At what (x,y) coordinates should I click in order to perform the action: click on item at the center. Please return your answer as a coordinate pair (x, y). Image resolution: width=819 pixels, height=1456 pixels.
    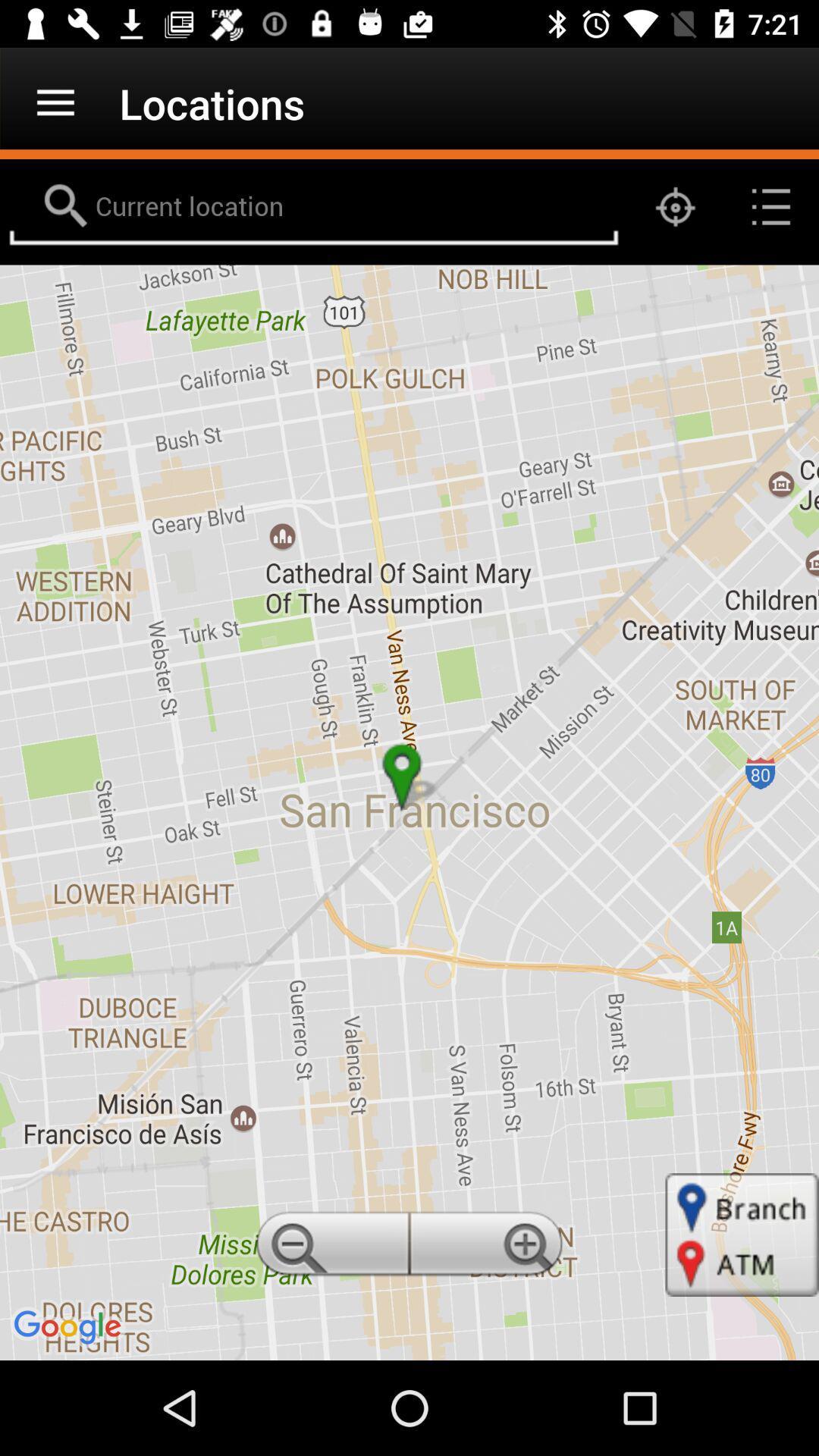
    Looking at the image, I should click on (409, 811).